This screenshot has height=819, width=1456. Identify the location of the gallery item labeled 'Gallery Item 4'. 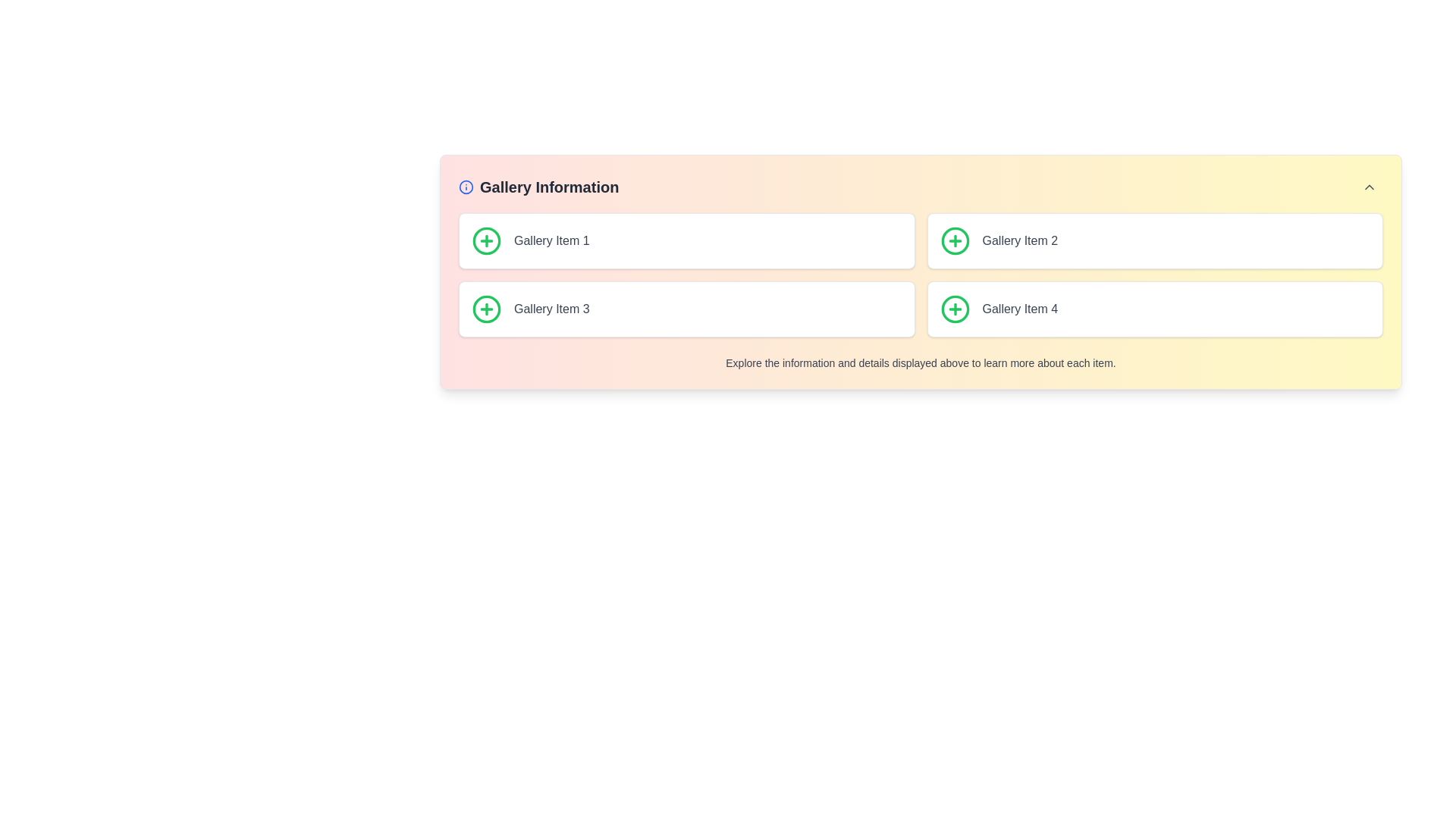
(1154, 309).